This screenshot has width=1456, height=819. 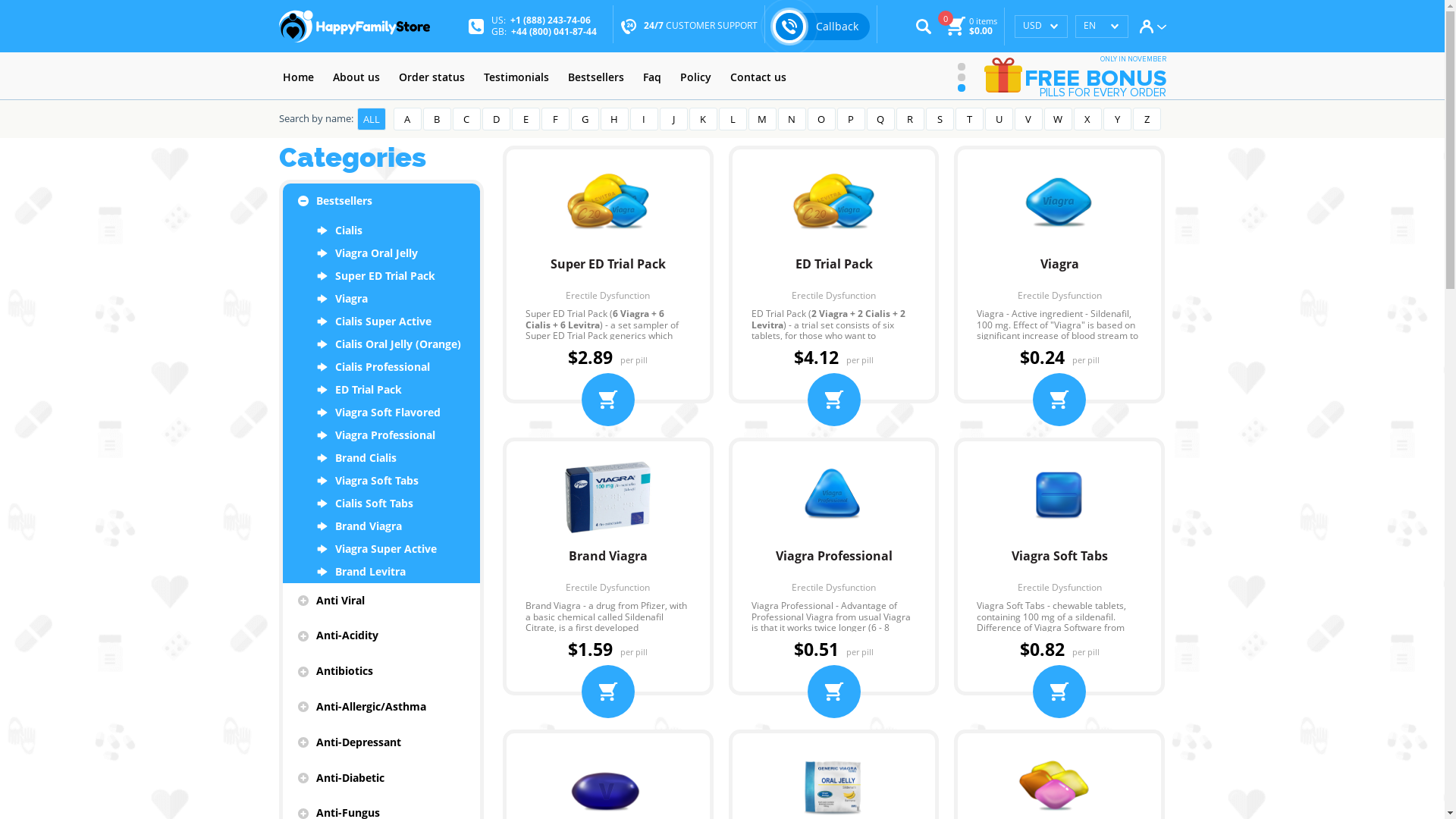 What do you see at coordinates (356, 77) in the screenshot?
I see `'about us'` at bounding box center [356, 77].